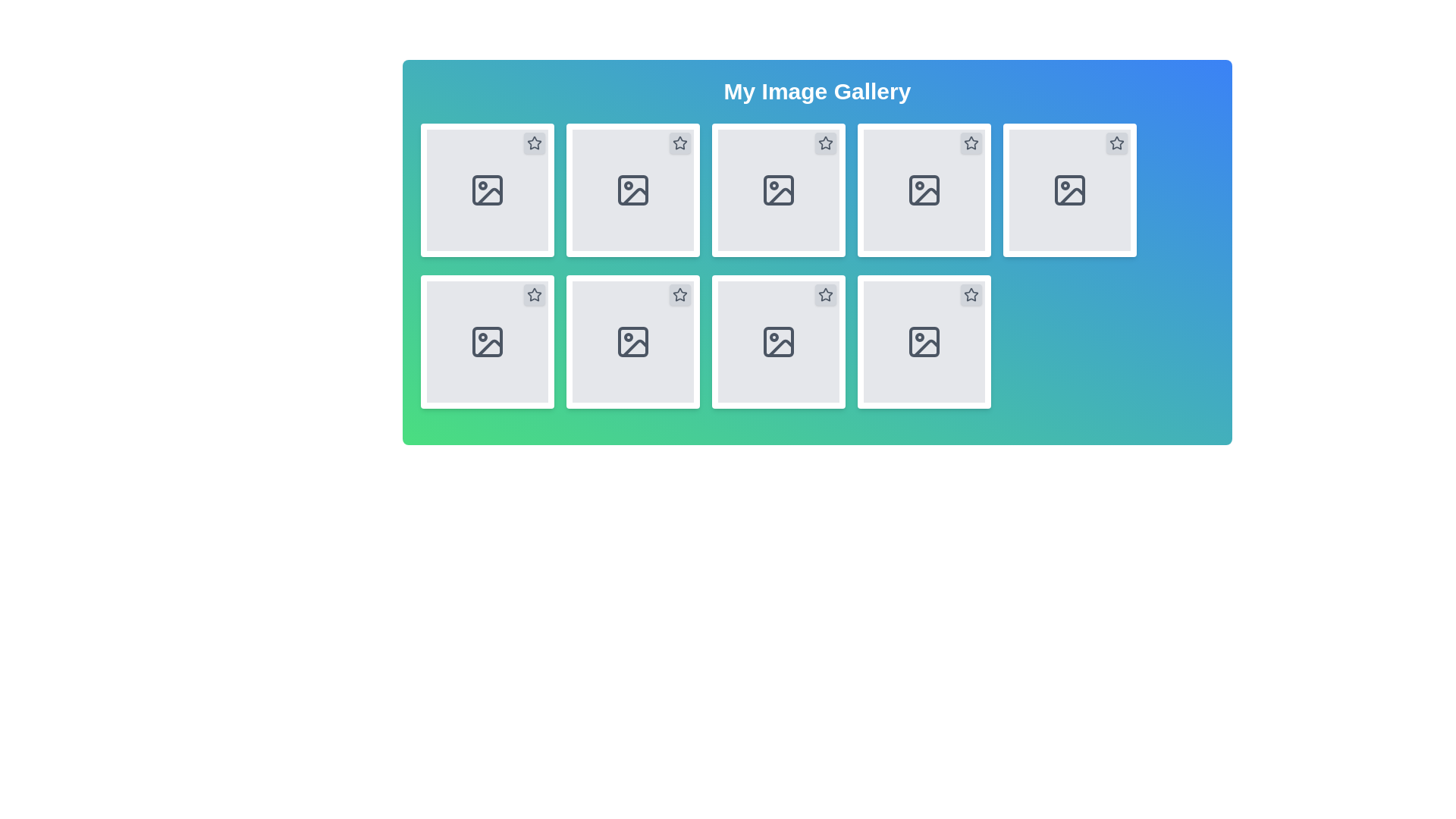 This screenshot has height=819, width=1456. Describe the element at coordinates (535, 143) in the screenshot. I see `the star icon button in the top-right corner of the image card` at that location.